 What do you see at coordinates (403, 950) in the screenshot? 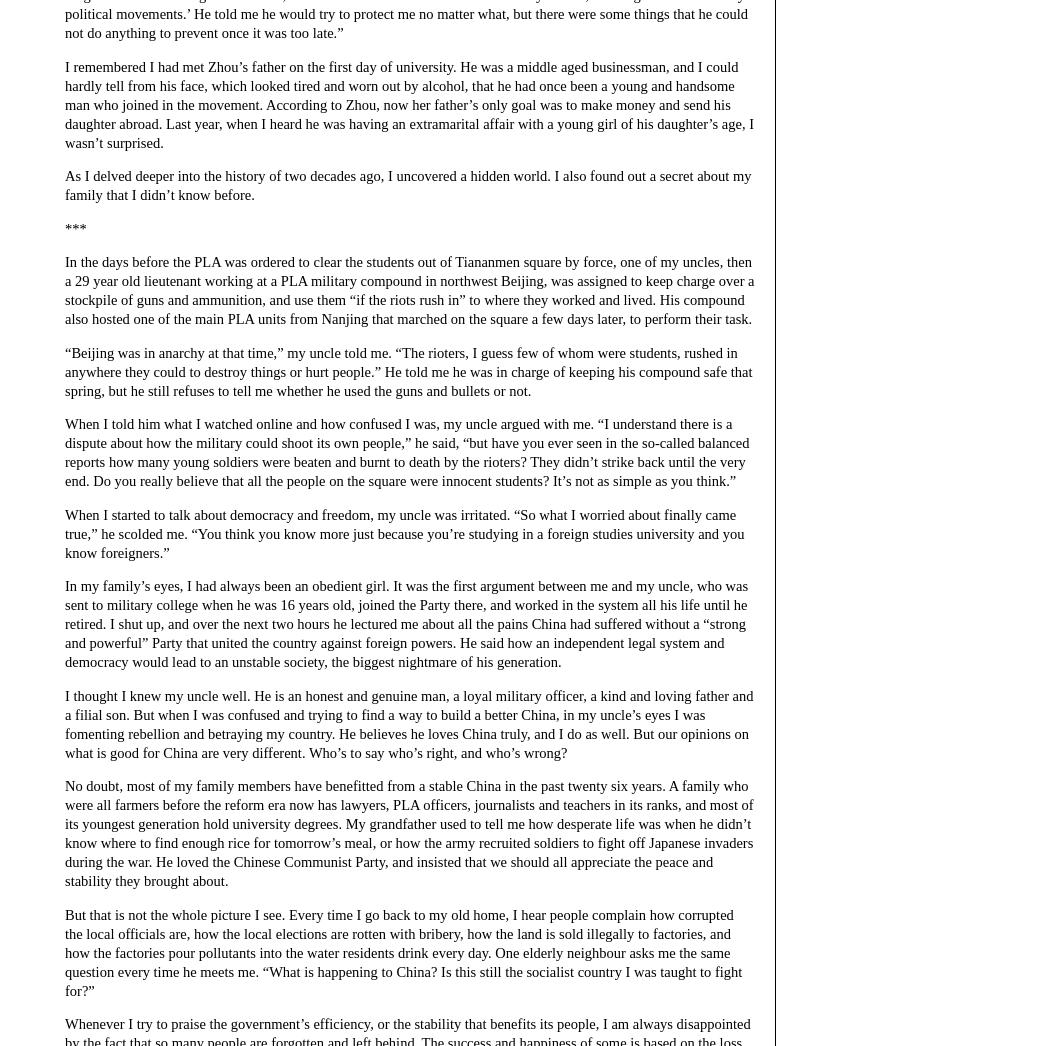
I see `'But that is not the whole picture I see. Every time I go back to my old home, I hear people complain how corrupted the local officials are, how the local elections are rotten with bribery, how the land is sold illegally to factories, and how the factories pour pollutants into the water residents drink every day. One elderly neighbour asks me the same question every time he meets me. “What is happening to China? Is this still the socialist country I was taught to fight for?”'` at bounding box center [403, 950].